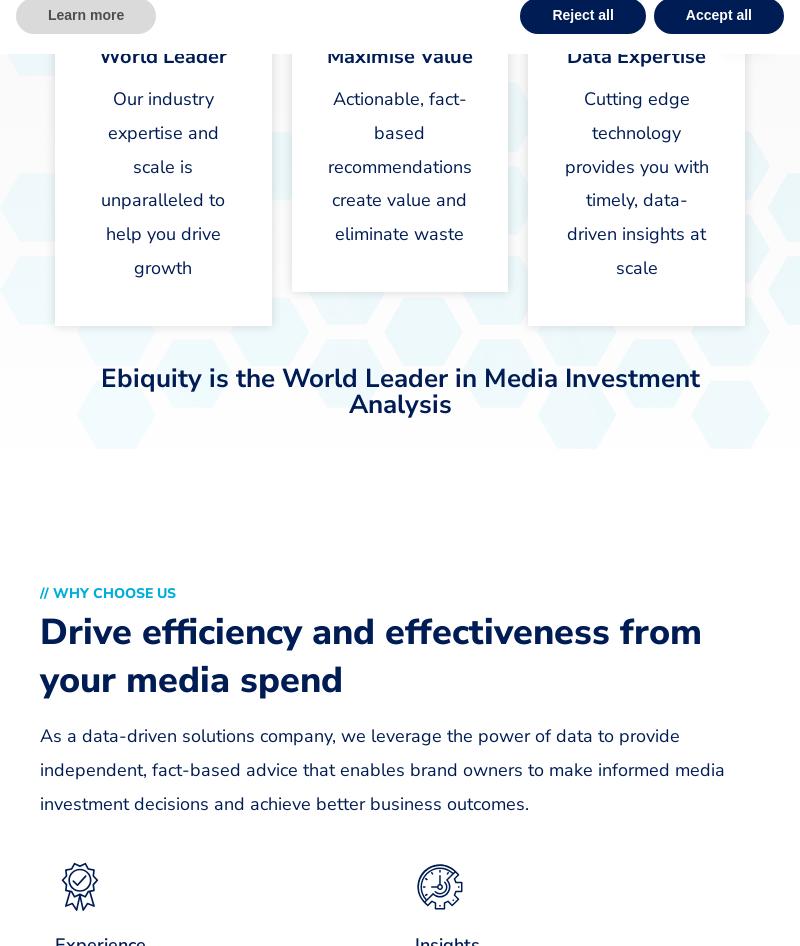 The height and width of the screenshot is (946, 800). I want to click on 'Learn more', so click(86, 15).